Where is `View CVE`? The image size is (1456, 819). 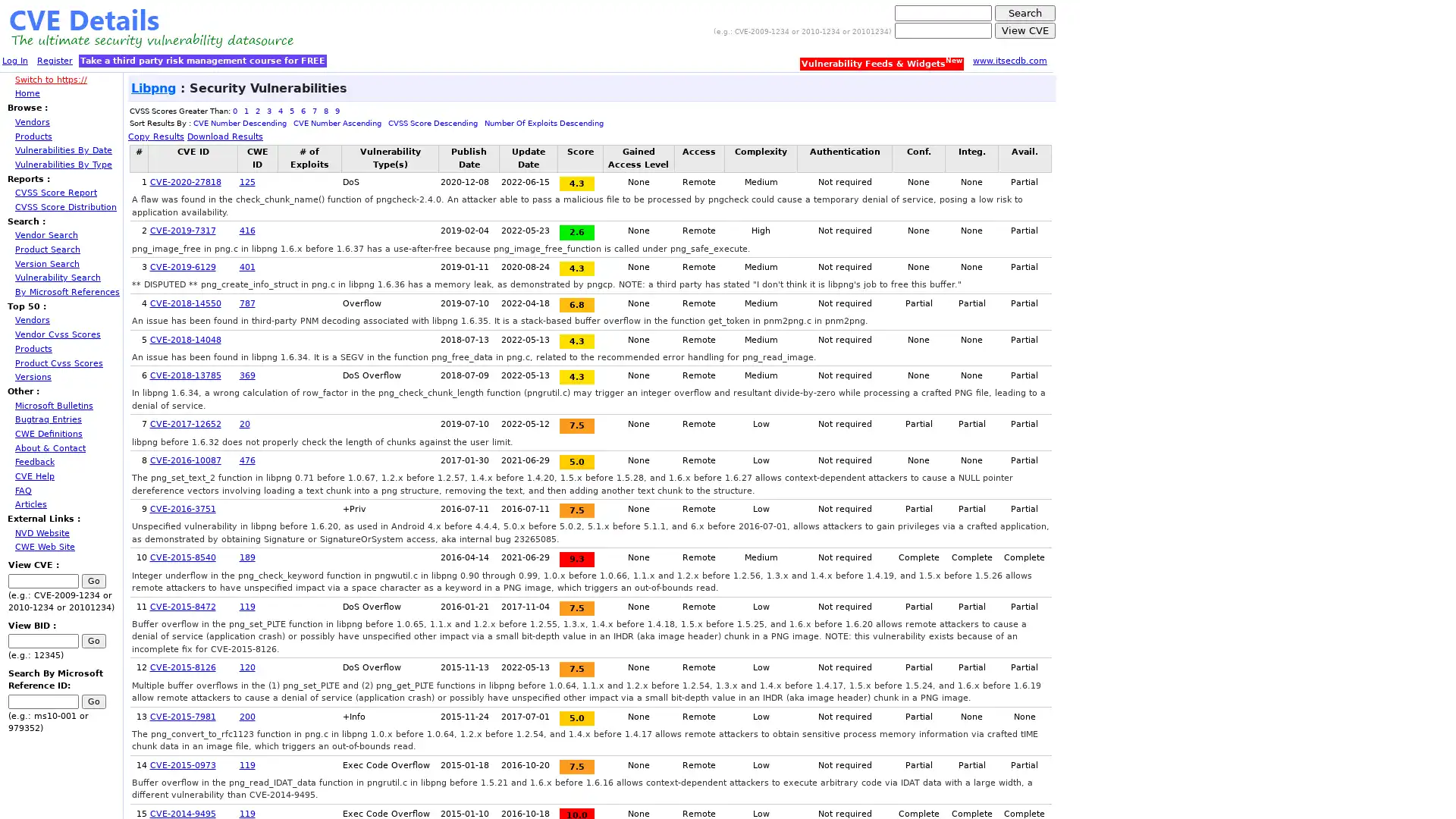 View CVE is located at coordinates (1025, 30).